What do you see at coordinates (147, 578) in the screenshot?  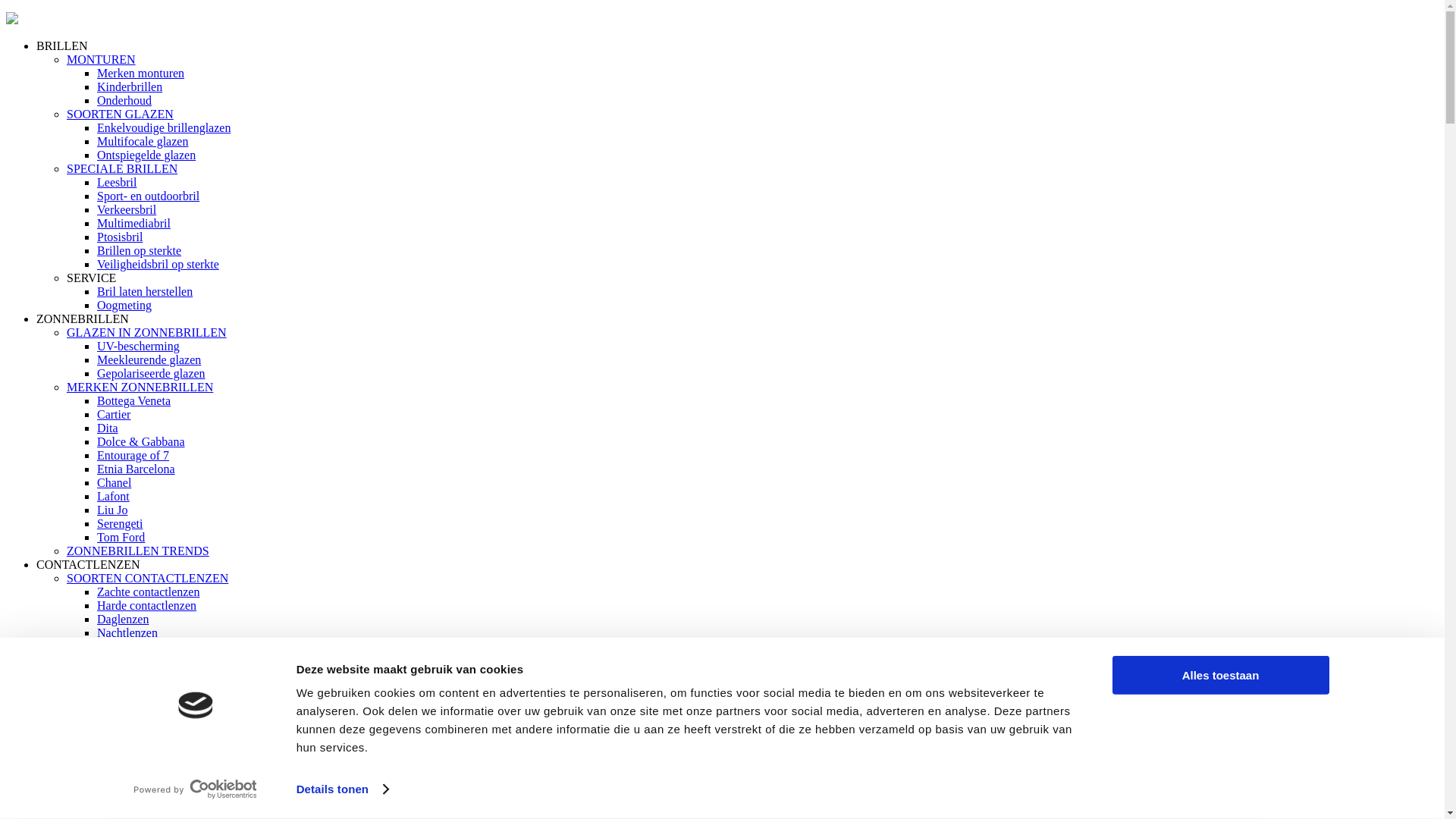 I see `'SOORTEN CONTACTLENZEN'` at bounding box center [147, 578].